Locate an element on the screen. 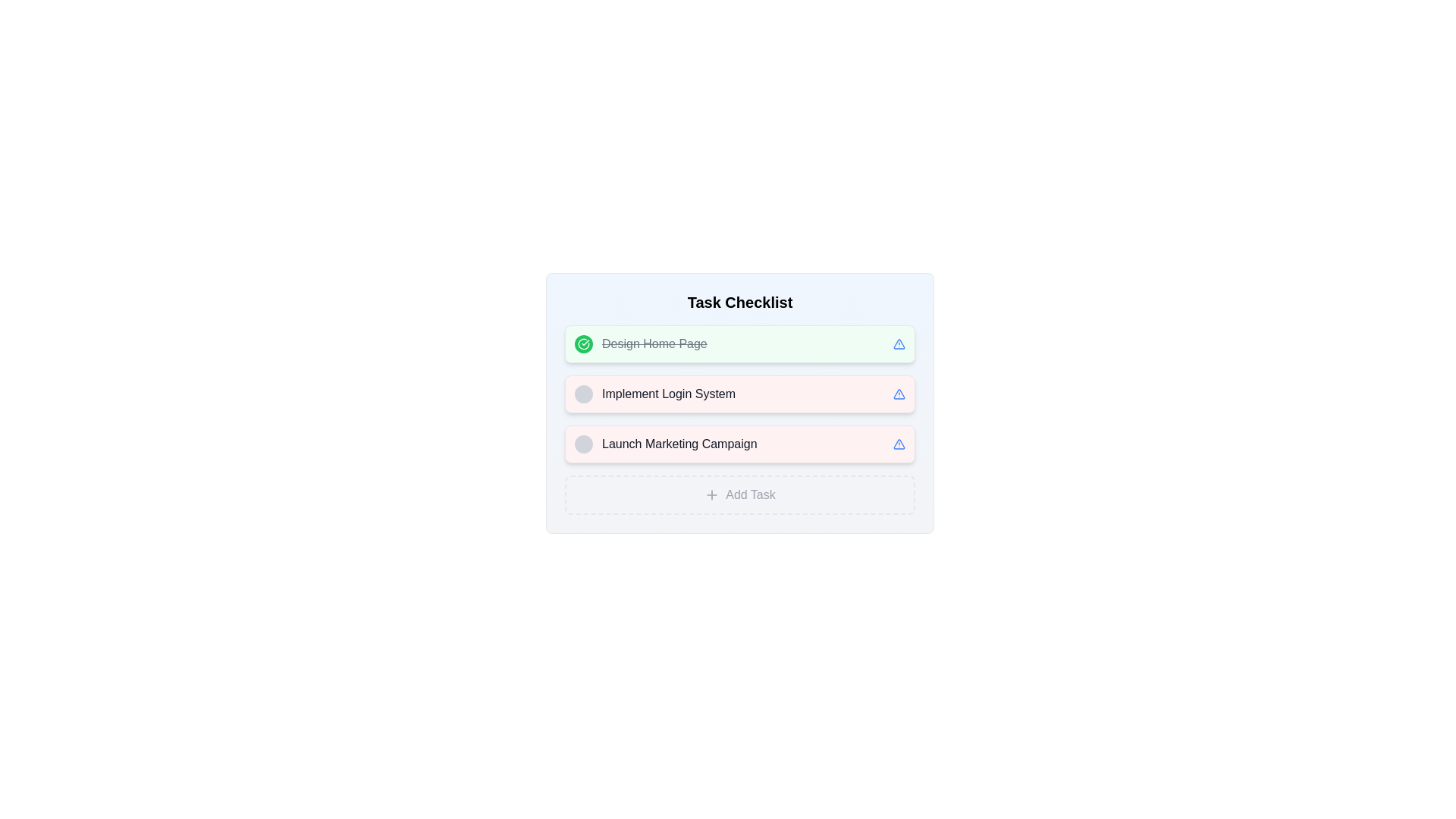 The width and height of the screenshot is (1456, 819). the Task item in the checklist interface that reads 'Implement Login System' is located at coordinates (739, 403).